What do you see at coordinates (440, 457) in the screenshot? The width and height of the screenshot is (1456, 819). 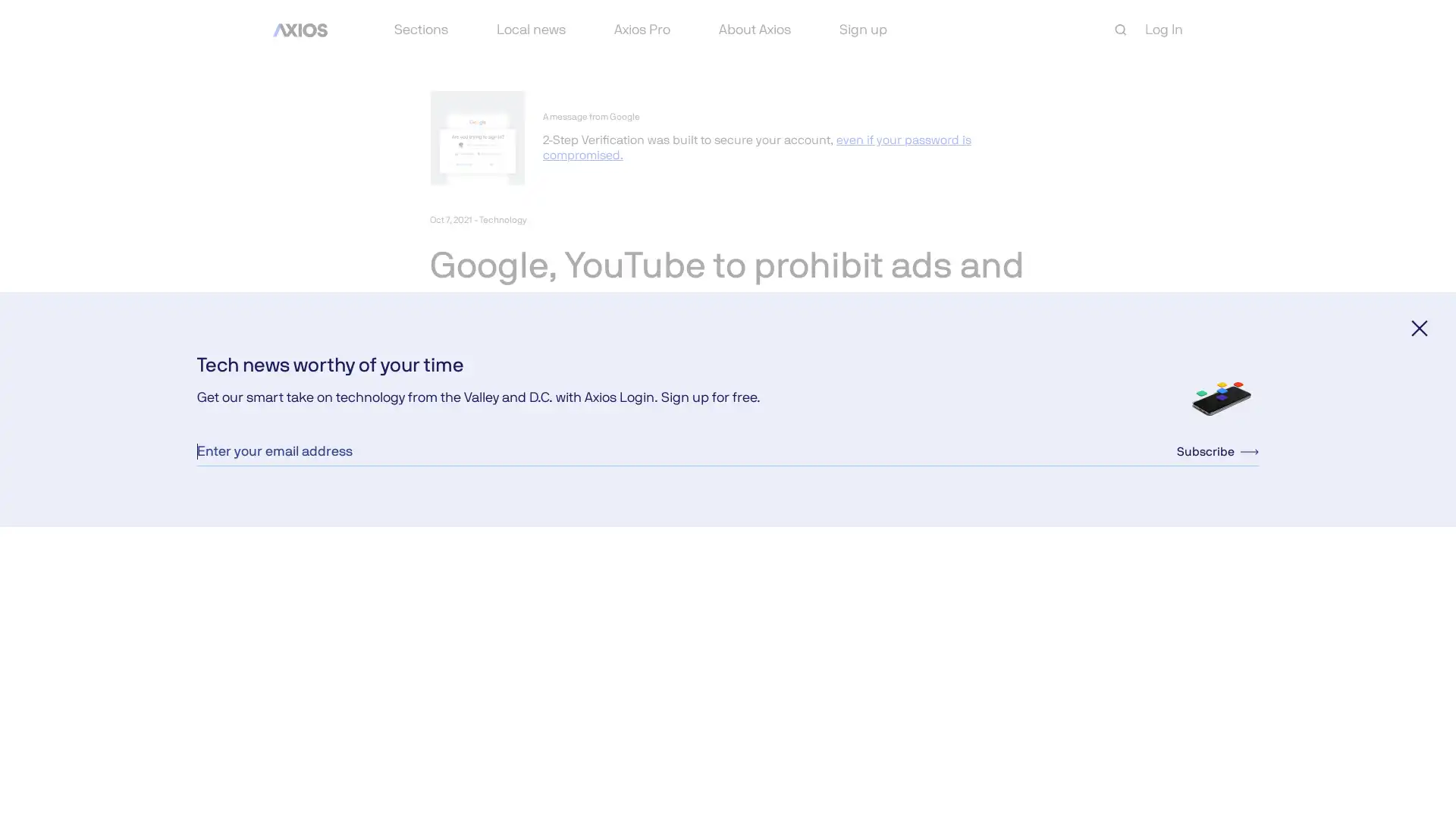 I see `facebook` at bounding box center [440, 457].